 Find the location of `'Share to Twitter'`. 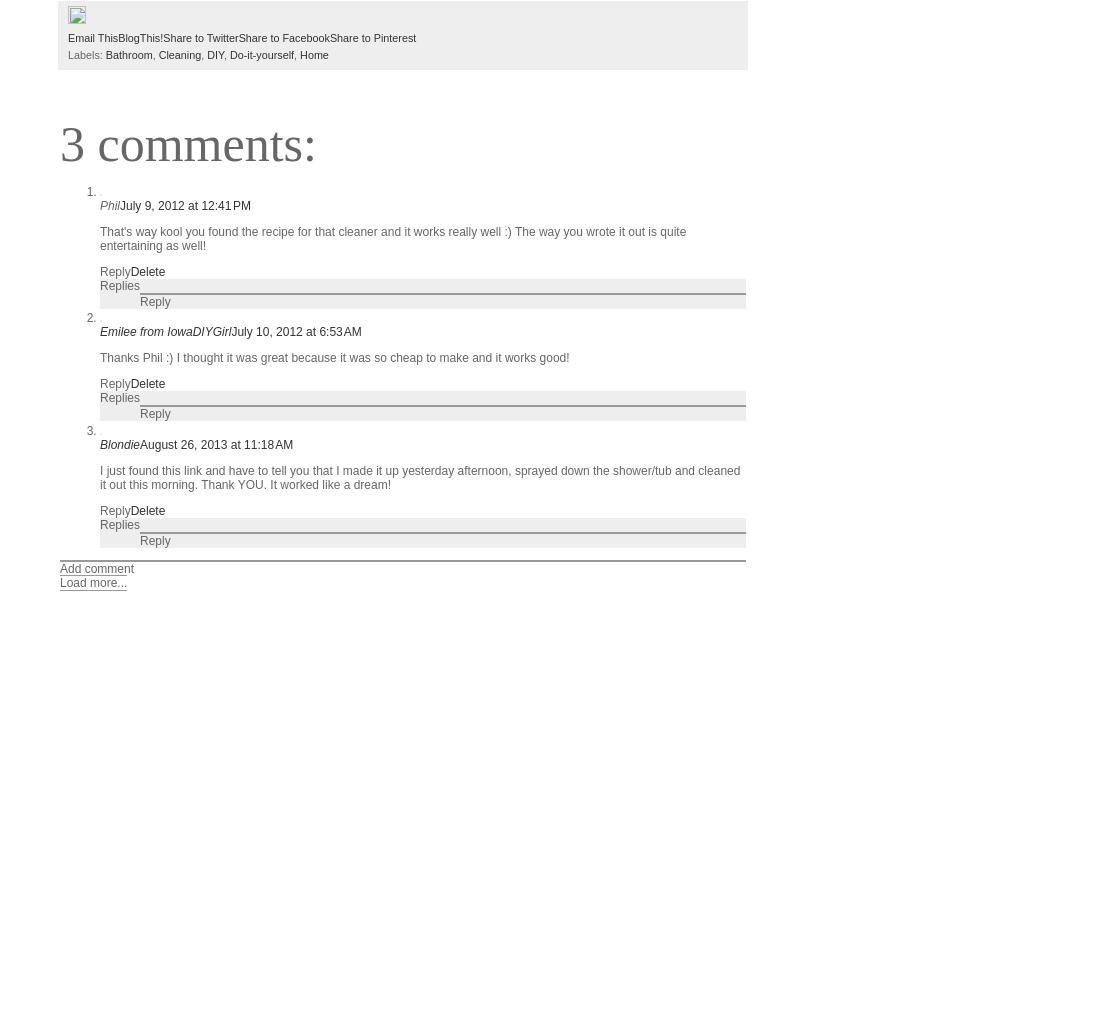

'Share to Twitter' is located at coordinates (199, 35).